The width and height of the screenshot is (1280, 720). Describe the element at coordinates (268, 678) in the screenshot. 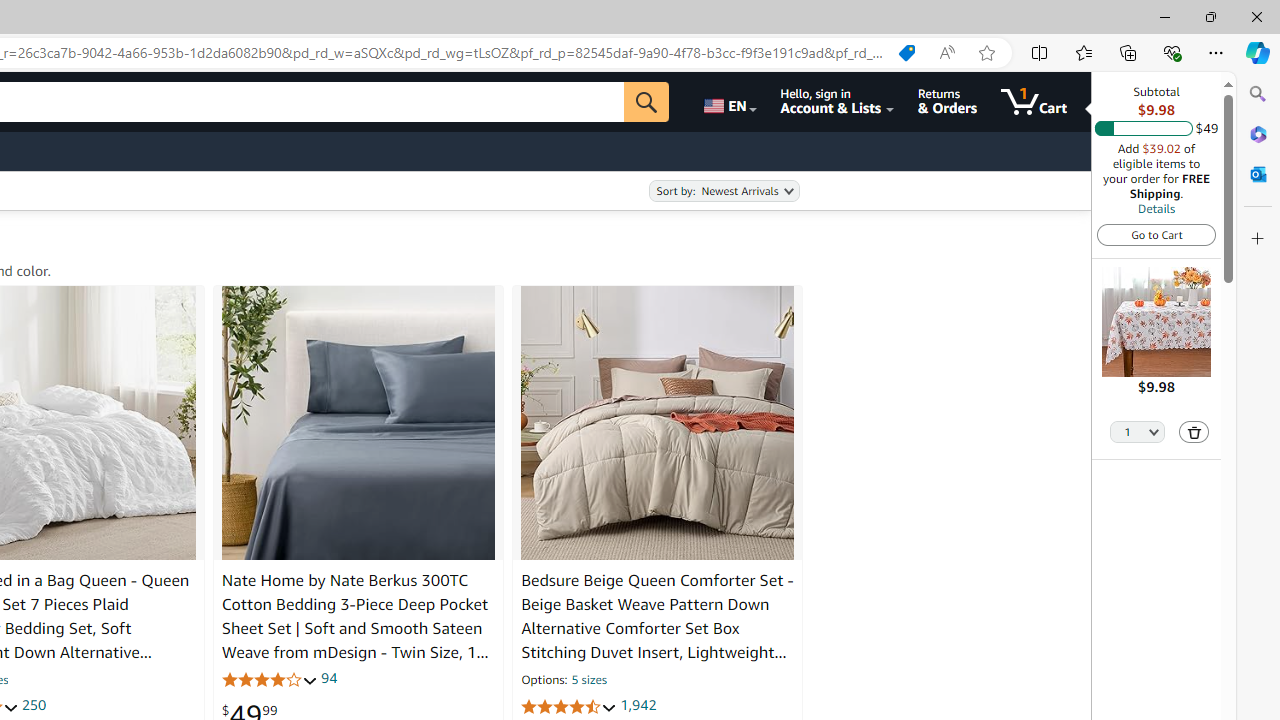

I see `'3.9 out of 5 stars'` at that location.